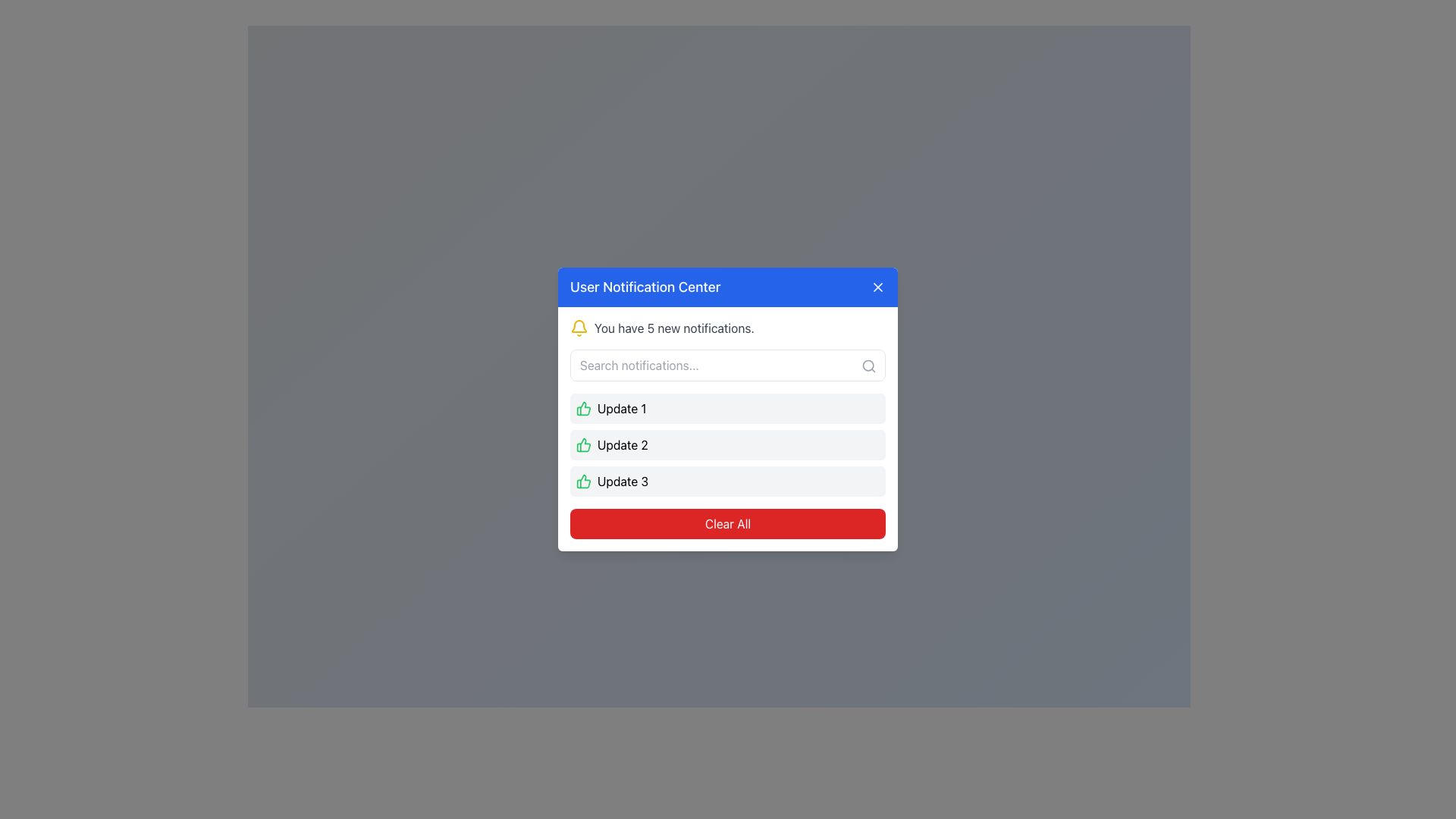 The width and height of the screenshot is (1456, 819). What do you see at coordinates (622, 408) in the screenshot?
I see `the text label displaying 'Update 1', which is styled in black and located in a light gray notification list` at bounding box center [622, 408].